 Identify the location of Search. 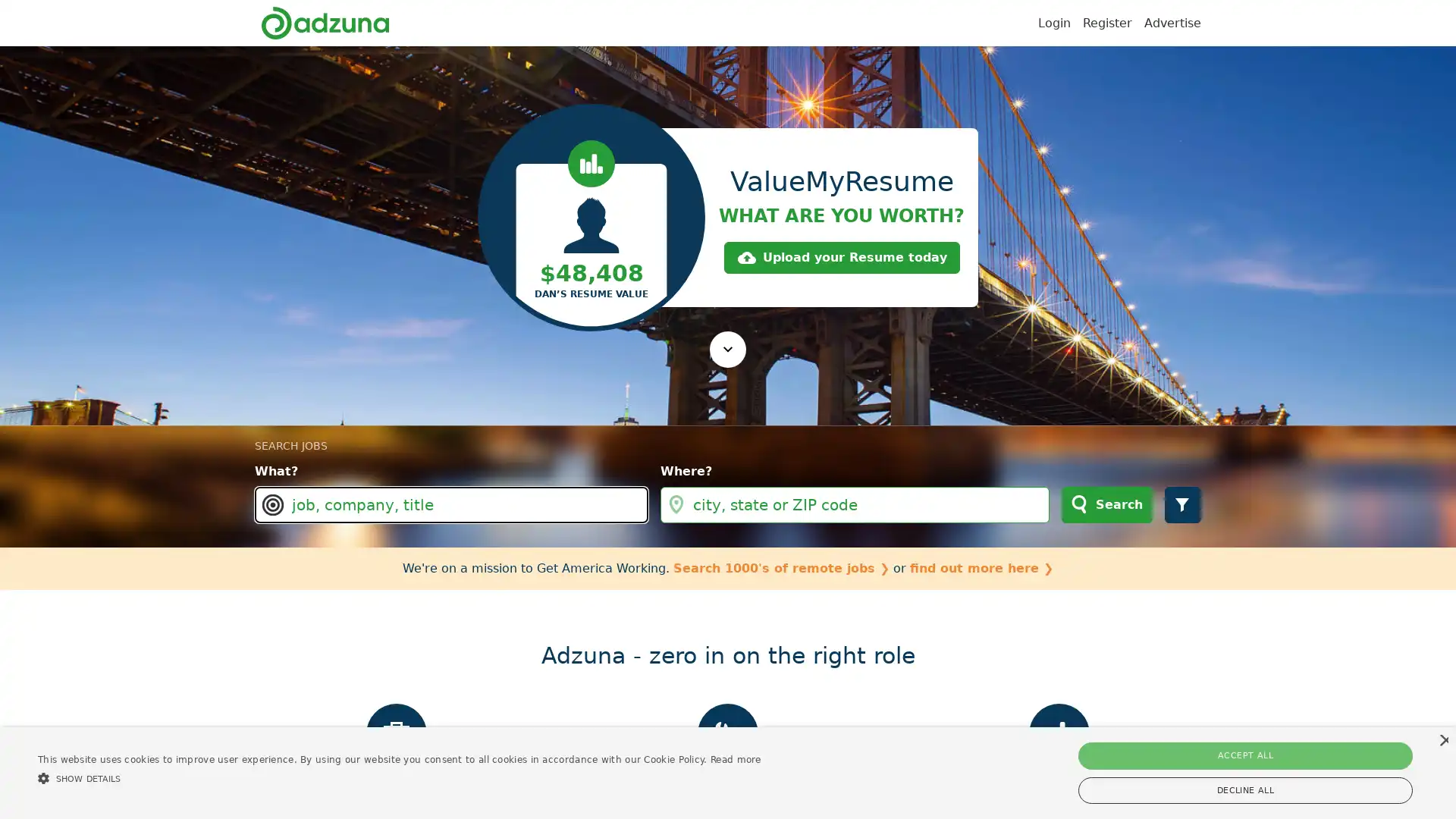
(1106, 505).